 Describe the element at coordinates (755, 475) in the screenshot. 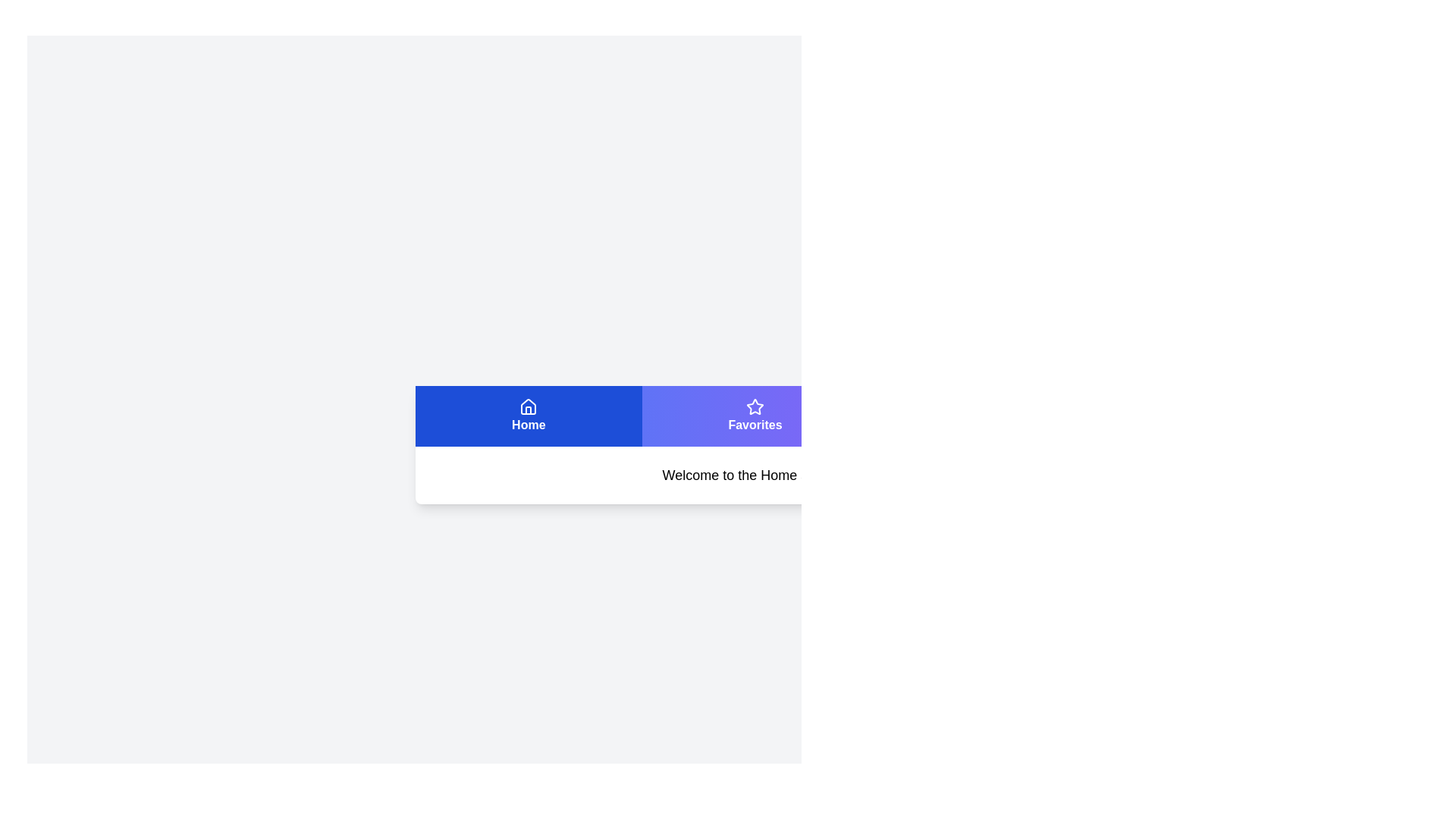

I see `the text block that says 'Welcome to the Home section!' which is centrally aligned below the navigation bar` at that location.